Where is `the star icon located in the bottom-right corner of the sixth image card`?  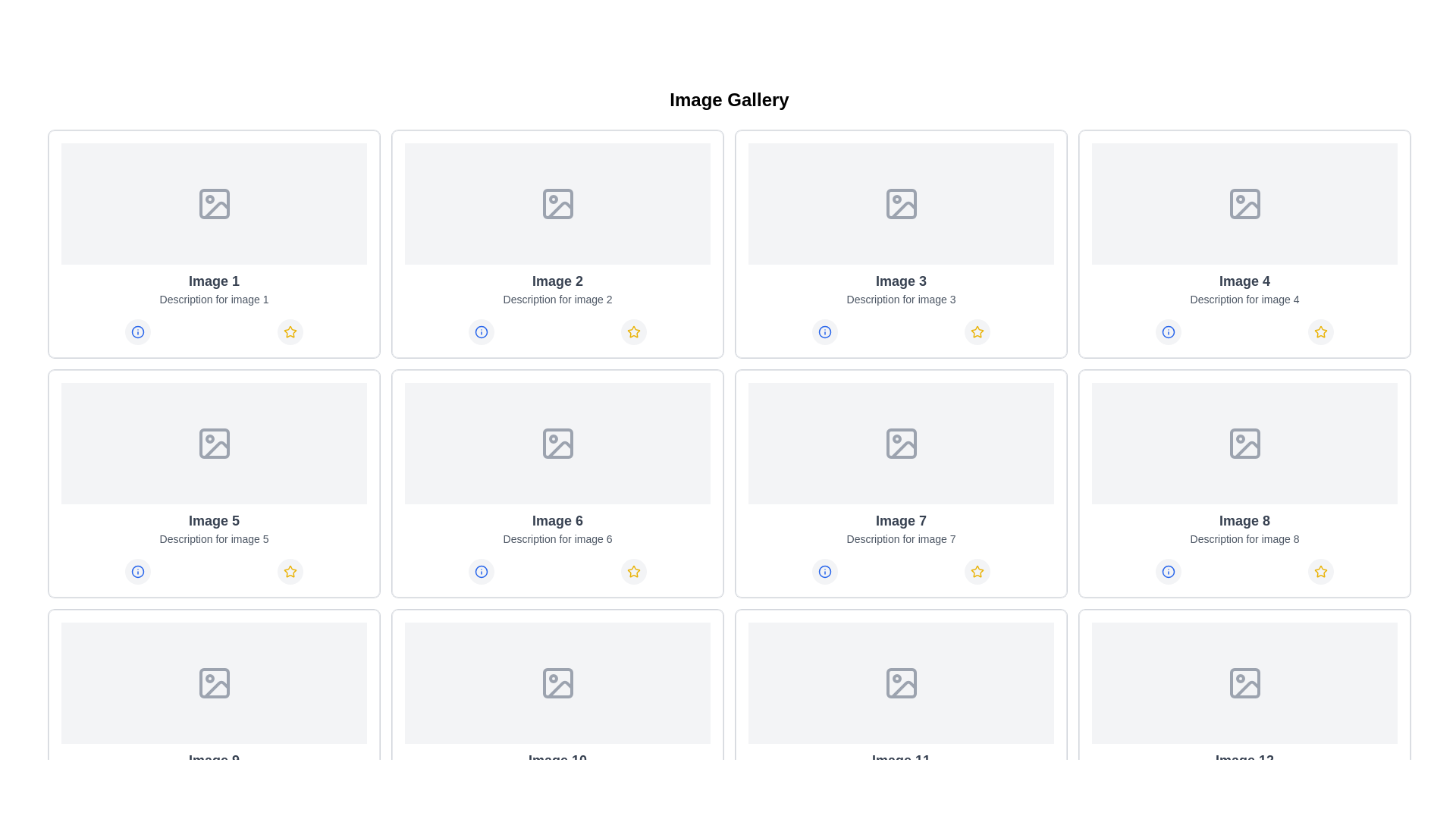 the star icon located in the bottom-right corner of the sixth image card is located at coordinates (634, 571).